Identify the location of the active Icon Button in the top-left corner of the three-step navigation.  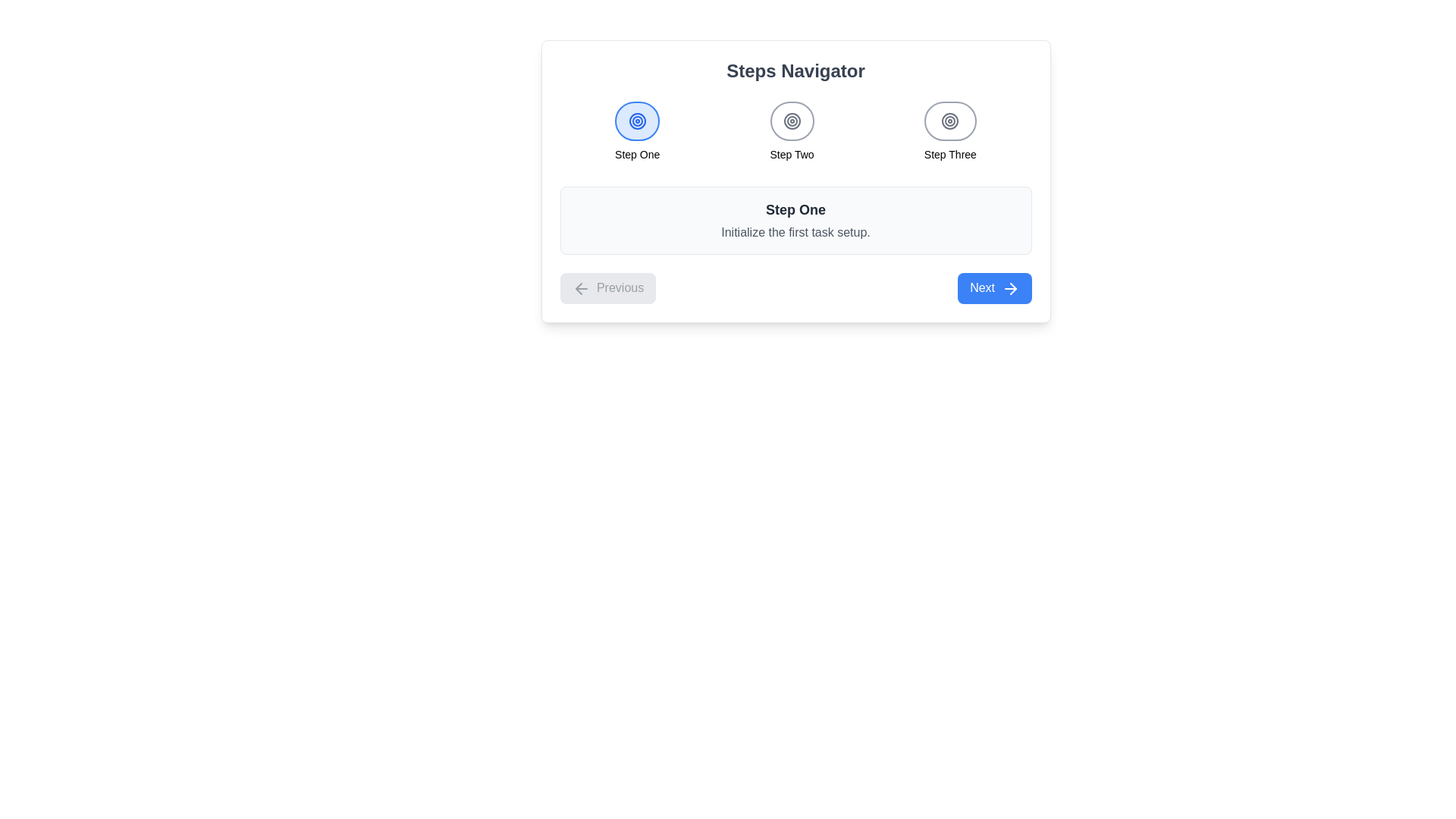
(637, 120).